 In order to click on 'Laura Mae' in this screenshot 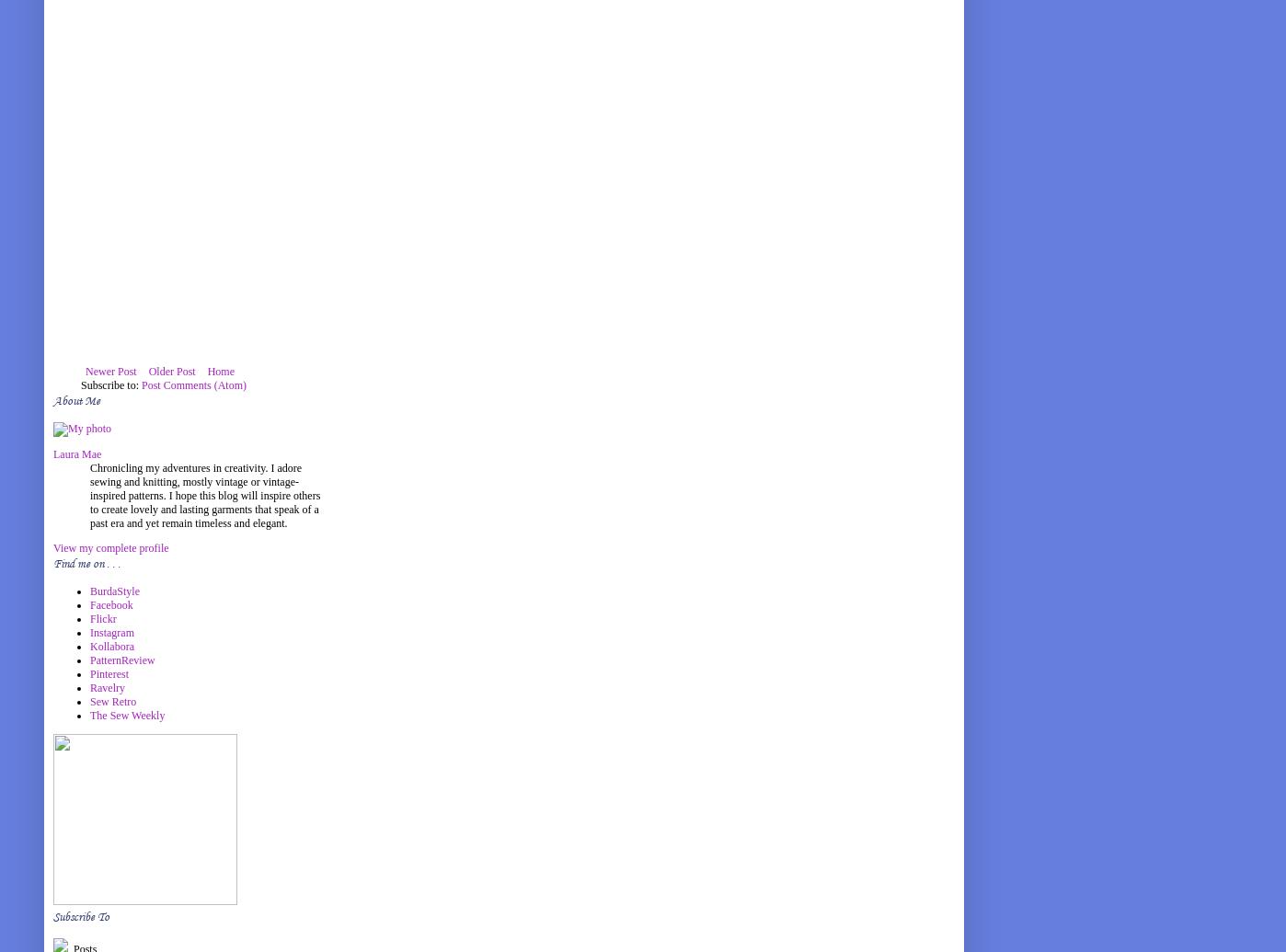, I will do `click(77, 454)`.